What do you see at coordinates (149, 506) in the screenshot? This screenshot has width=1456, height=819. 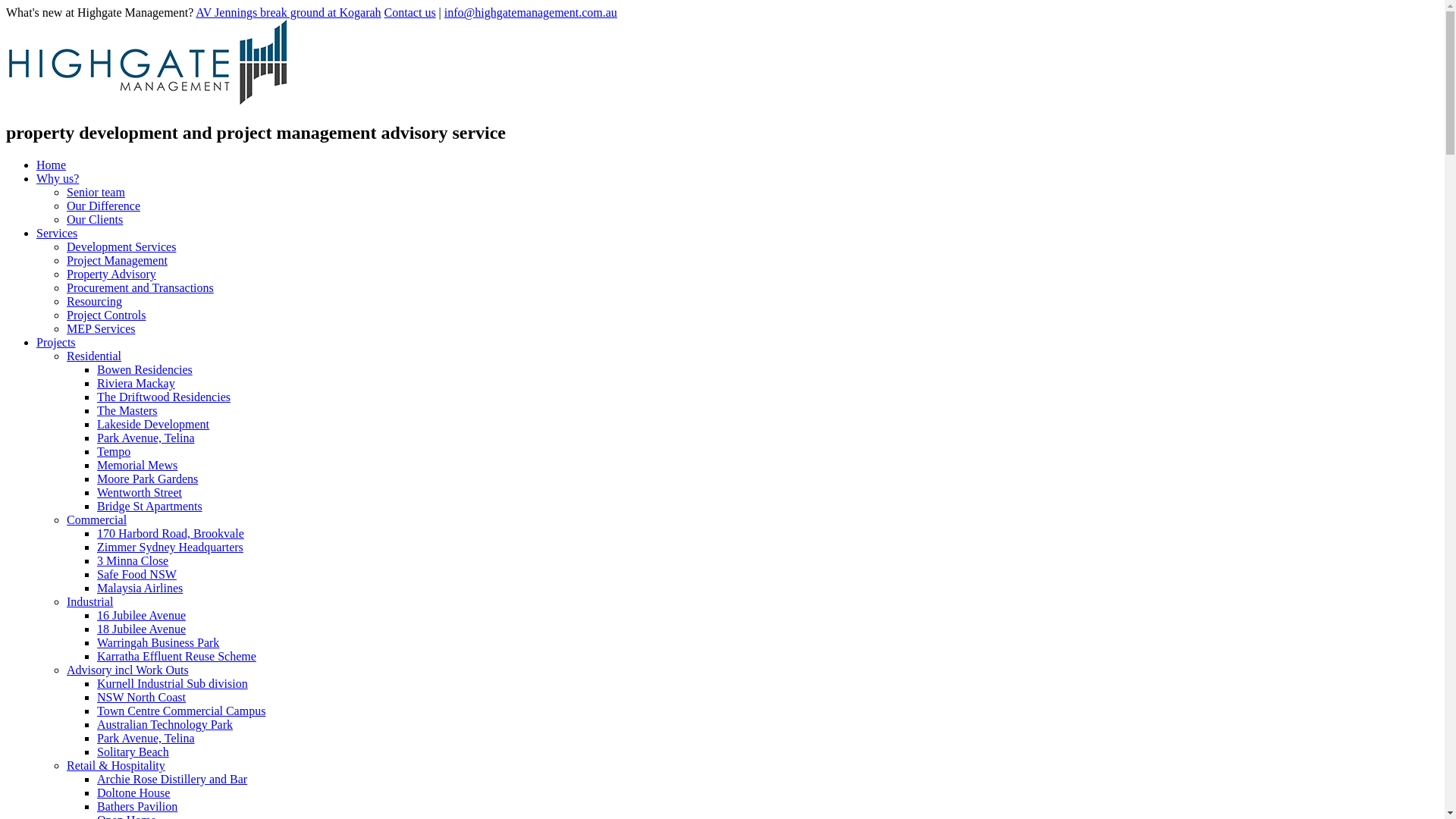 I see `'Bridge St Apartments'` at bounding box center [149, 506].